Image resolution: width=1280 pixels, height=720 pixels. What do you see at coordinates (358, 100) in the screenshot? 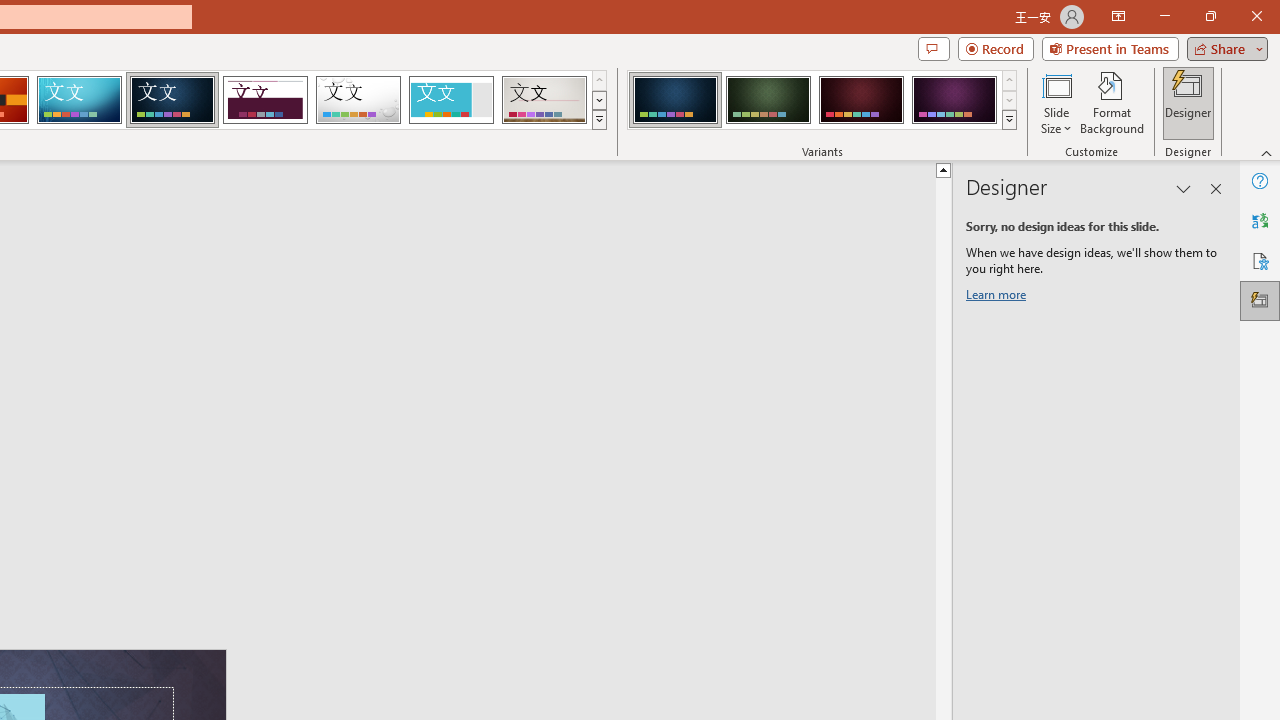
I see `'Droplet'` at bounding box center [358, 100].